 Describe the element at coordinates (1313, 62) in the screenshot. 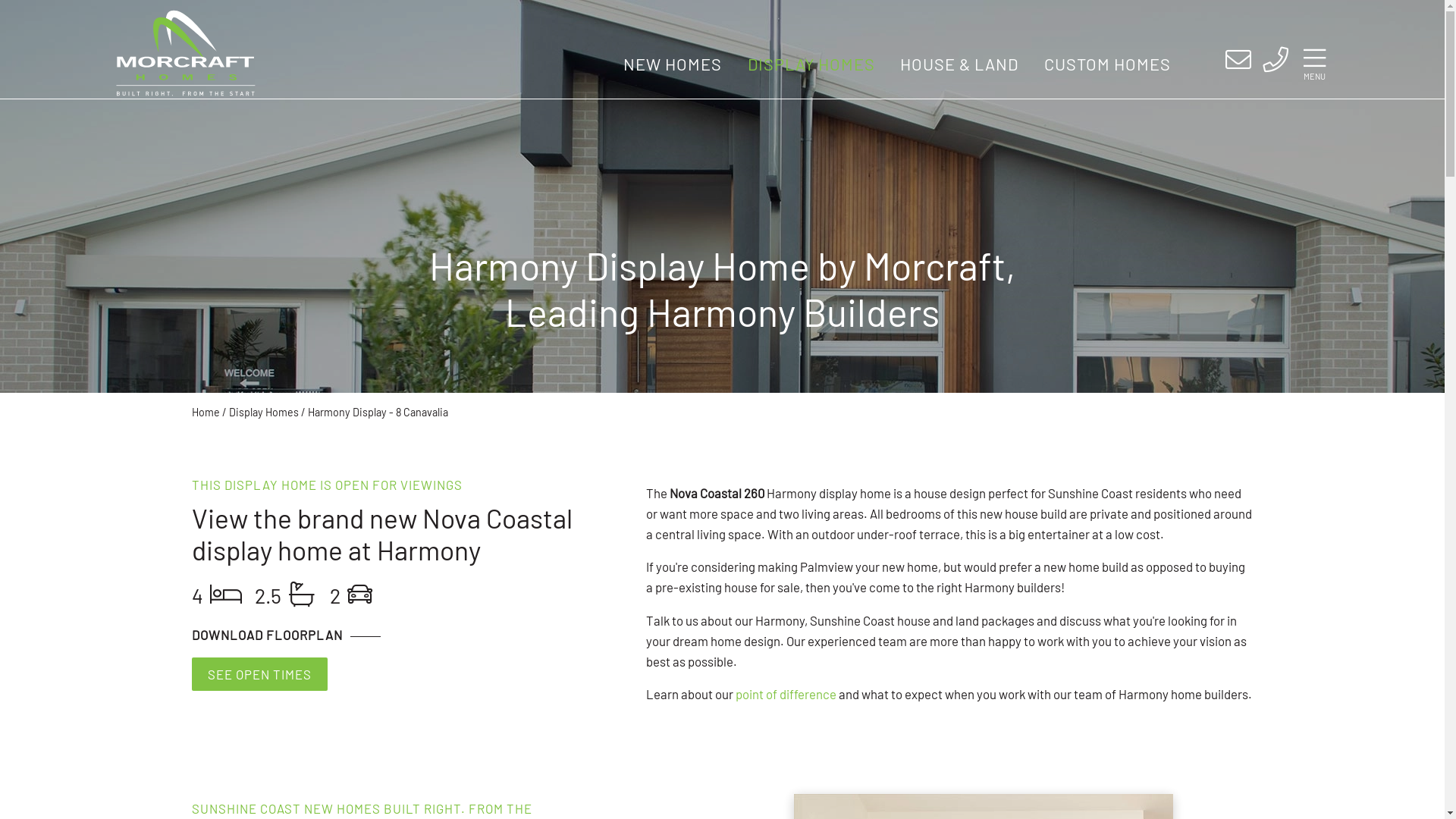

I see `'MENU'` at that location.